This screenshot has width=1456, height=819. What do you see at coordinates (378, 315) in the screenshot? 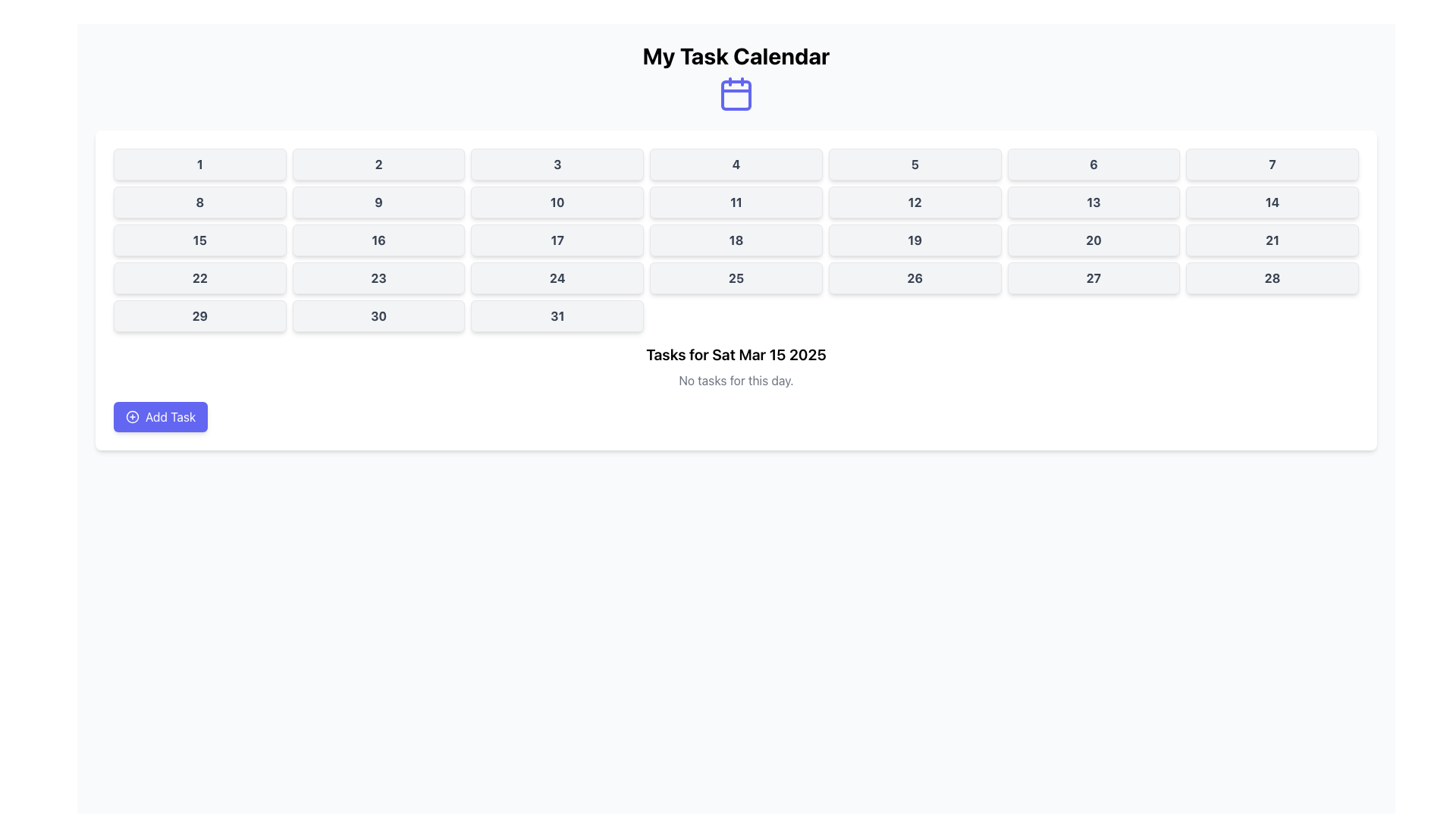
I see `the rectangular button labeled '30' with a light gray background and rounded corners` at bounding box center [378, 315].